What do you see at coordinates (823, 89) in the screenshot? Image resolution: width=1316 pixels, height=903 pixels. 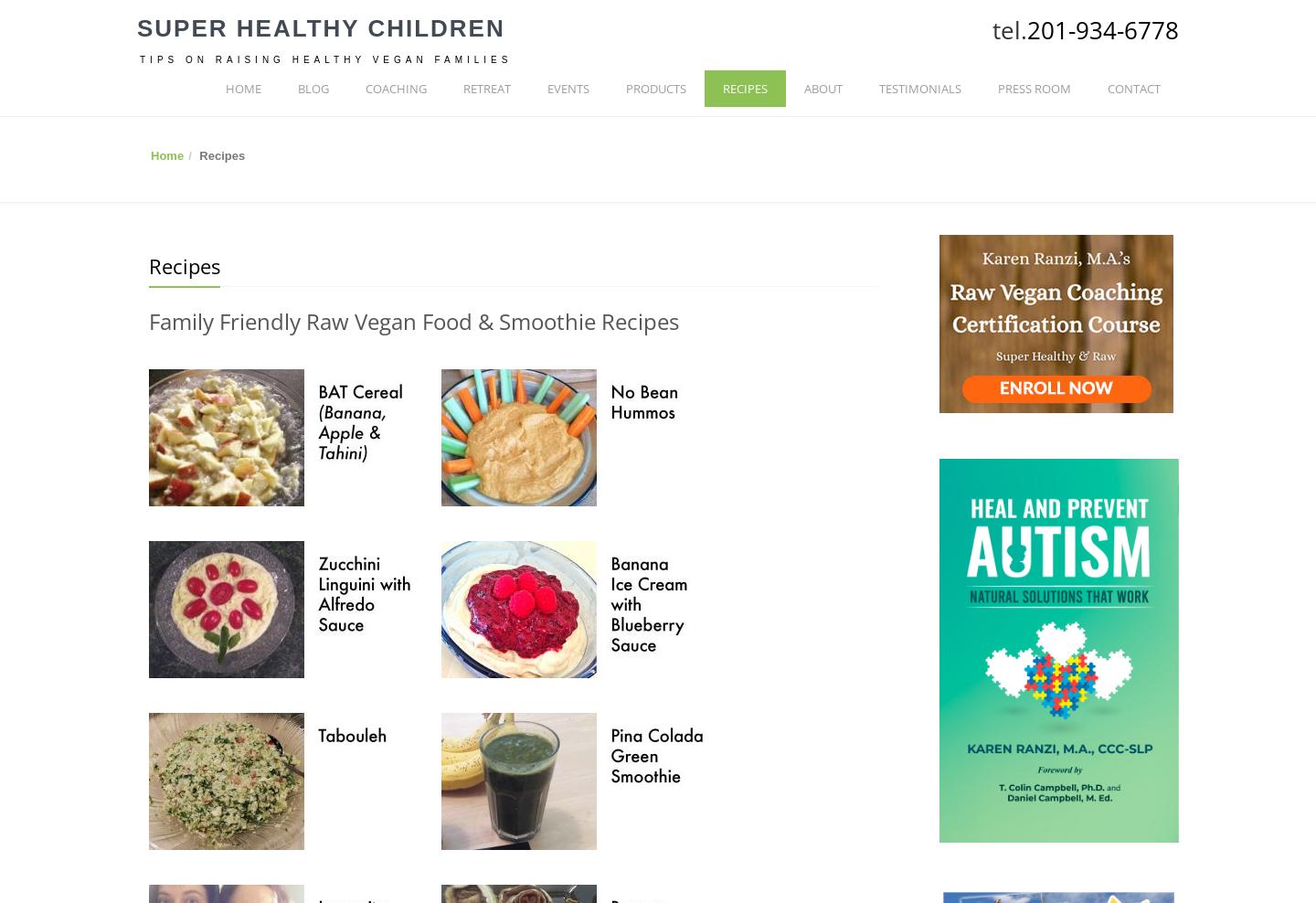 I see `'ABOUT'` at bounding box center [823, 89].